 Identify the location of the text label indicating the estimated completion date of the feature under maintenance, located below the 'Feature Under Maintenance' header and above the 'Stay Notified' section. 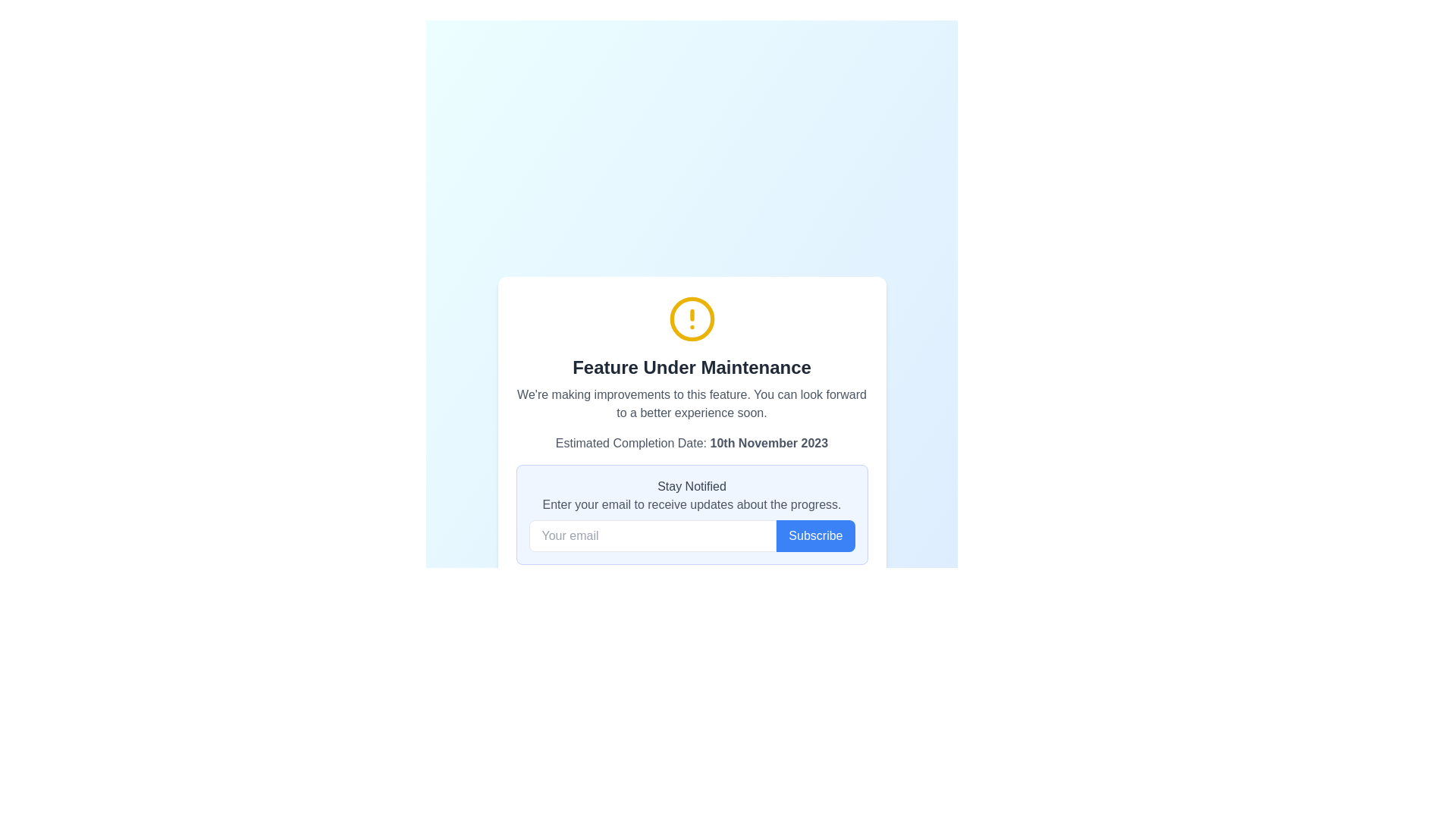
(691, 444).